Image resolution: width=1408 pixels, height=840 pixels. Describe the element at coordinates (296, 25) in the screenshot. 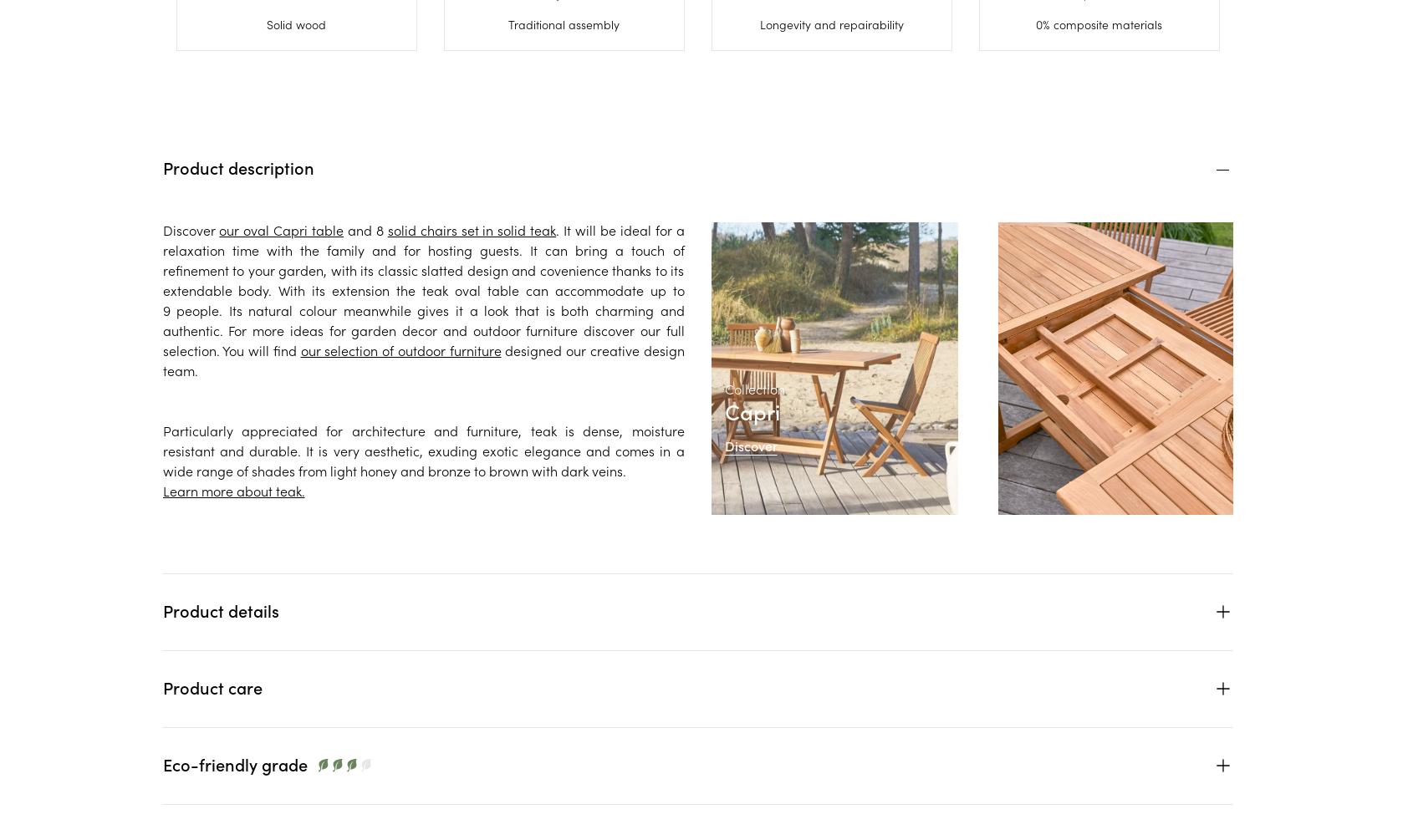

I see `'Solid wood'` at that location.